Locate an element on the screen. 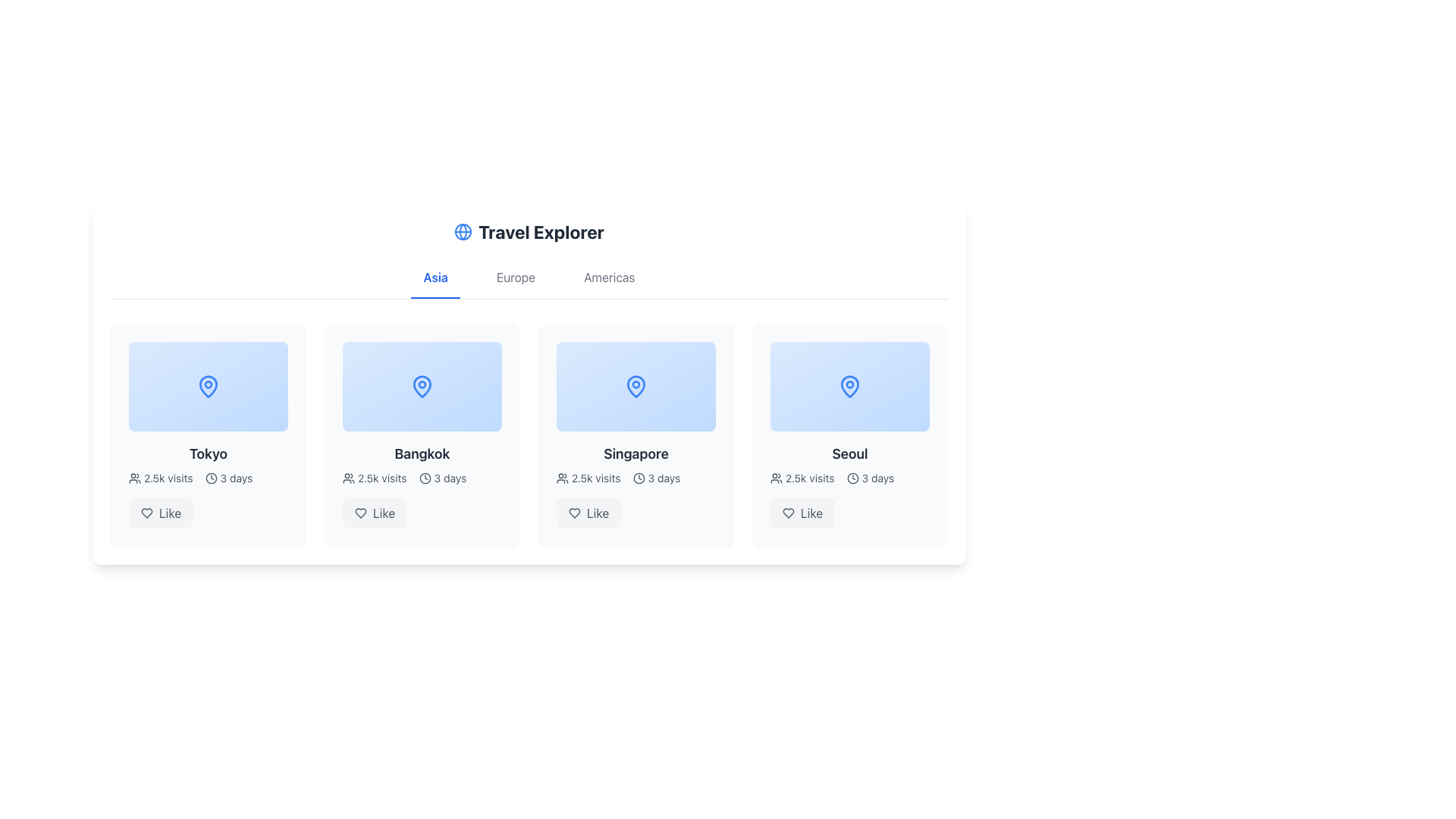 The height and width of the screenshot is (819, 1456). the heart icon, which visually represents the 'Like' action, located under the card titled 'Singapore' in the third column of the interactive card grid layout is located at coordinates (574, 513).